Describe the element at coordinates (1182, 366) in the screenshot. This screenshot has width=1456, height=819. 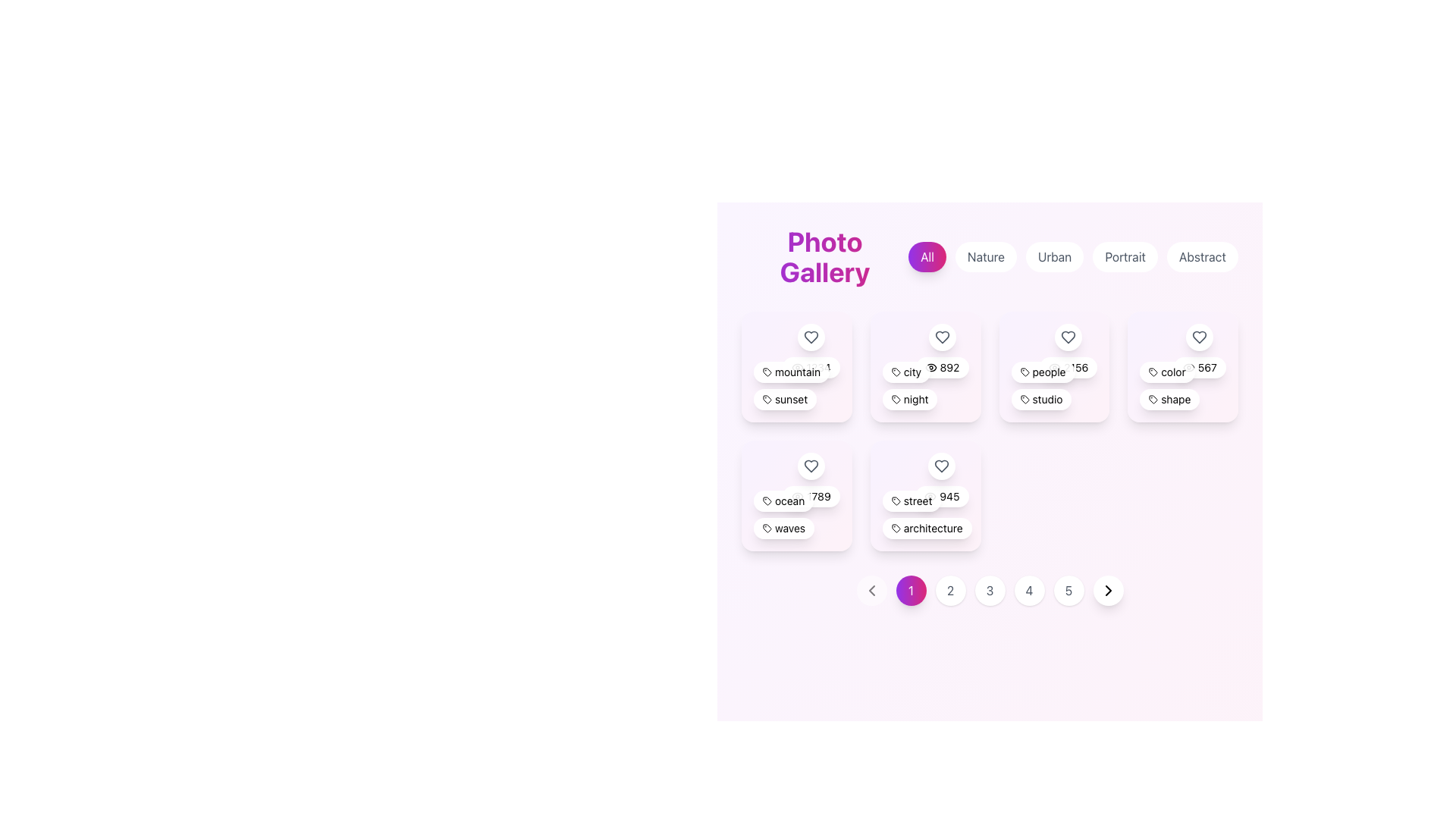
I see `the Content card located on the far right of the fourth row in a grid layout, which features a white heart icon, a label for 'color' with a count of '567', and another label for 'shape'` at that location.